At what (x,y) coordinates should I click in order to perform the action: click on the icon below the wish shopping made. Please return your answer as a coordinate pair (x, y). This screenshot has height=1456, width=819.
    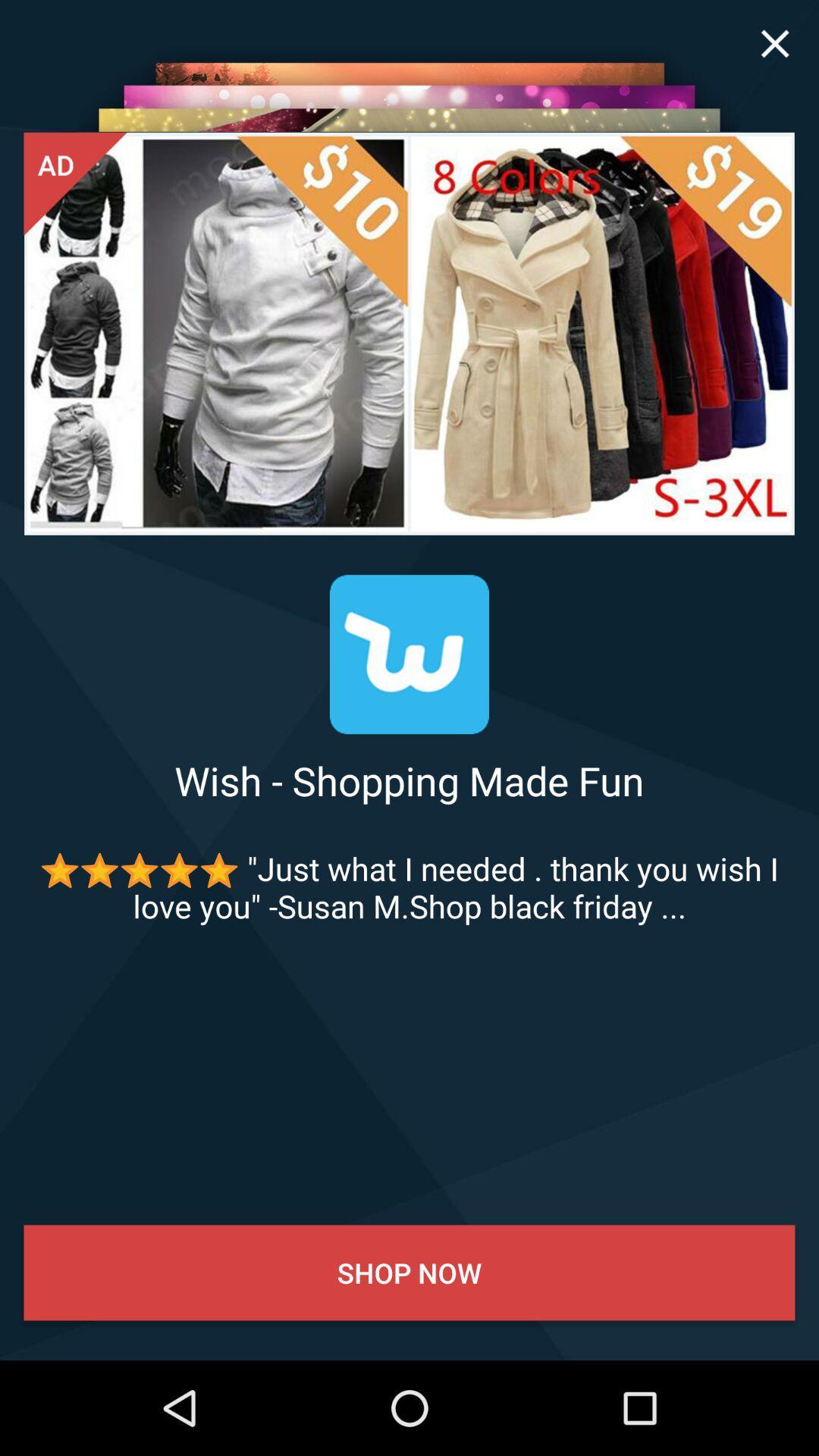
    Looking at the image, I should click on (409, 887).